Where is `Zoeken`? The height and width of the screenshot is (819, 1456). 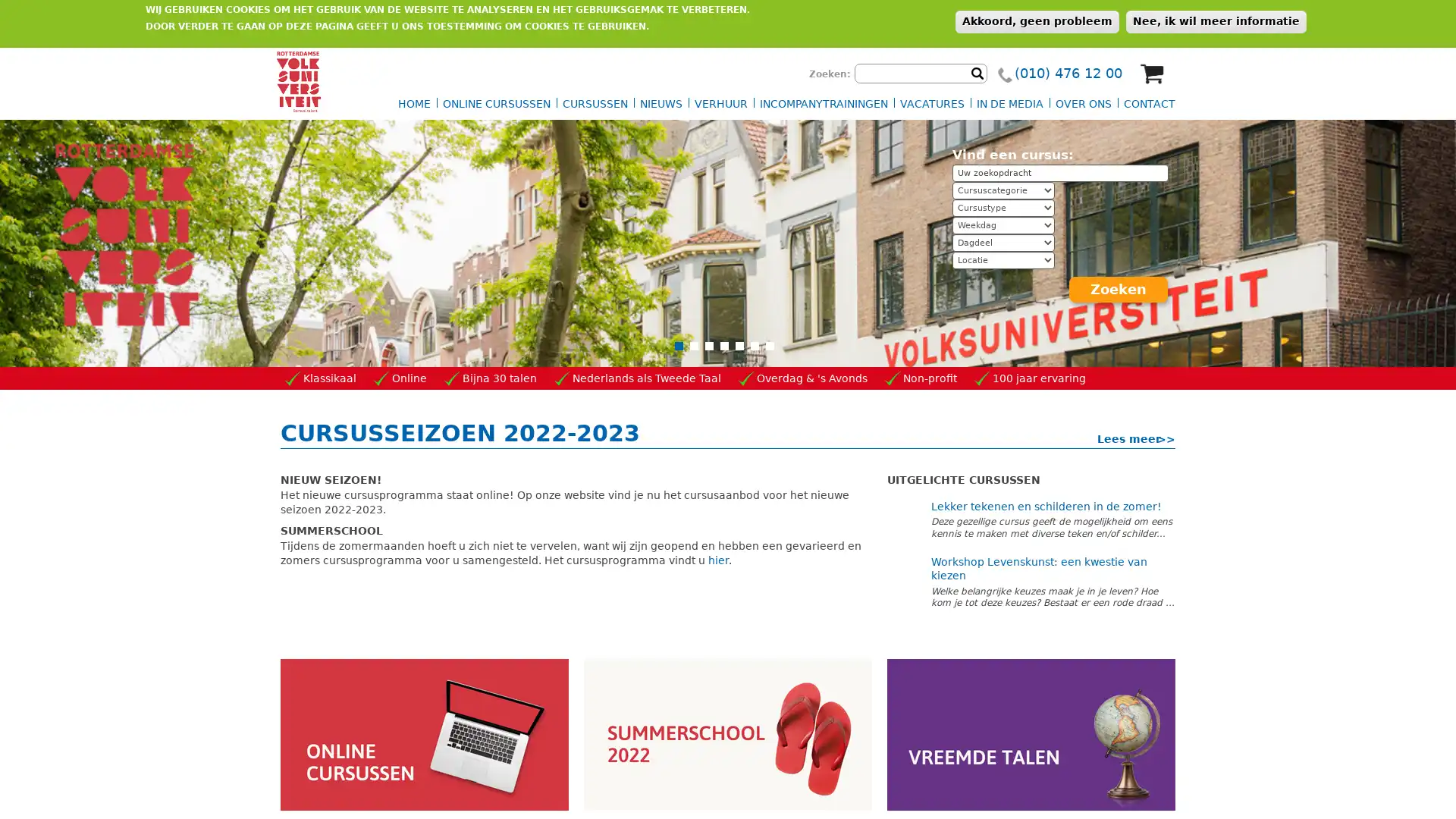 Zoeken is located at coordinates (1118, 289).